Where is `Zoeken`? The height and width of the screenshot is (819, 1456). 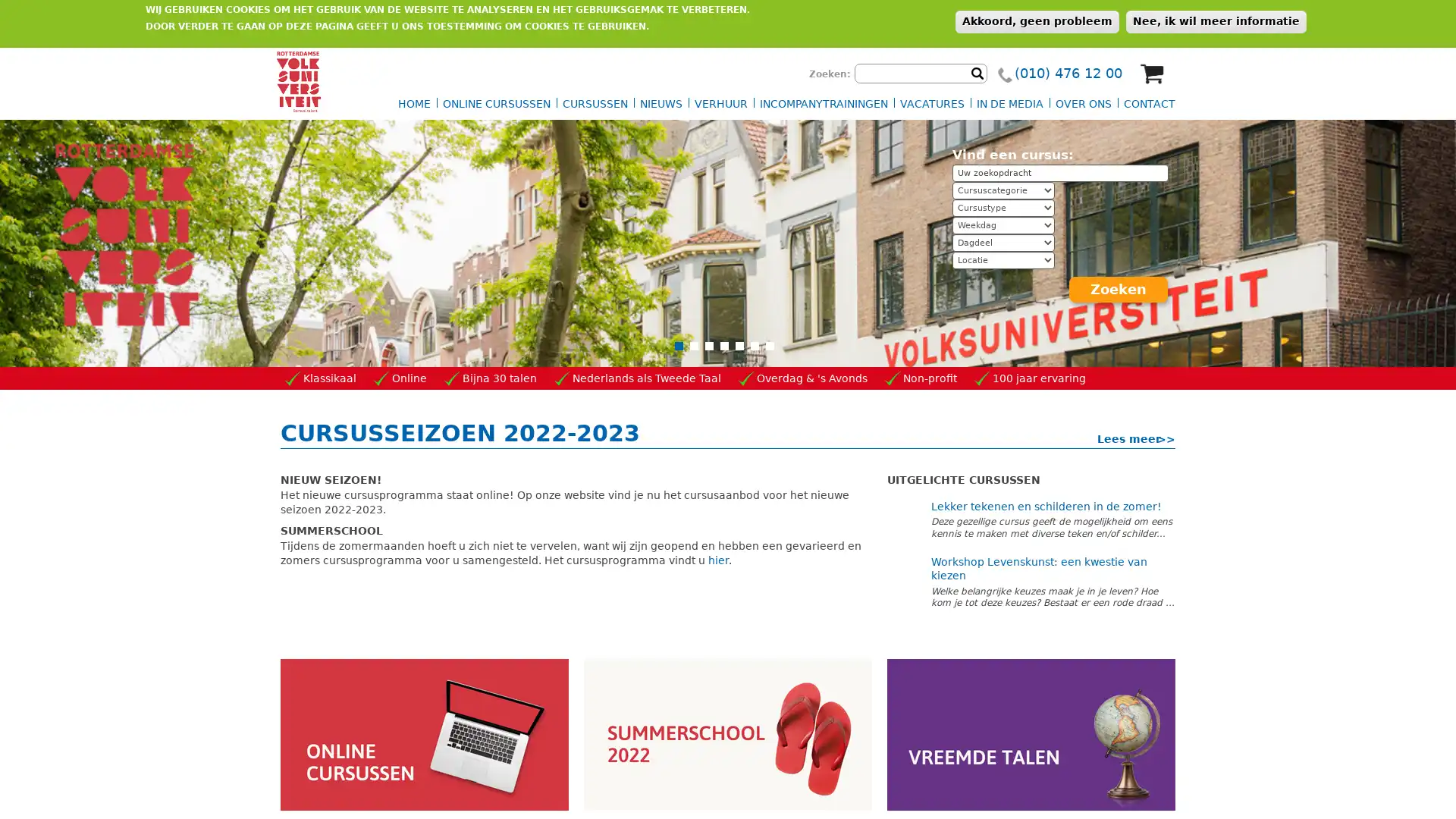 Zoeken is located at coordinates (1118, 289).